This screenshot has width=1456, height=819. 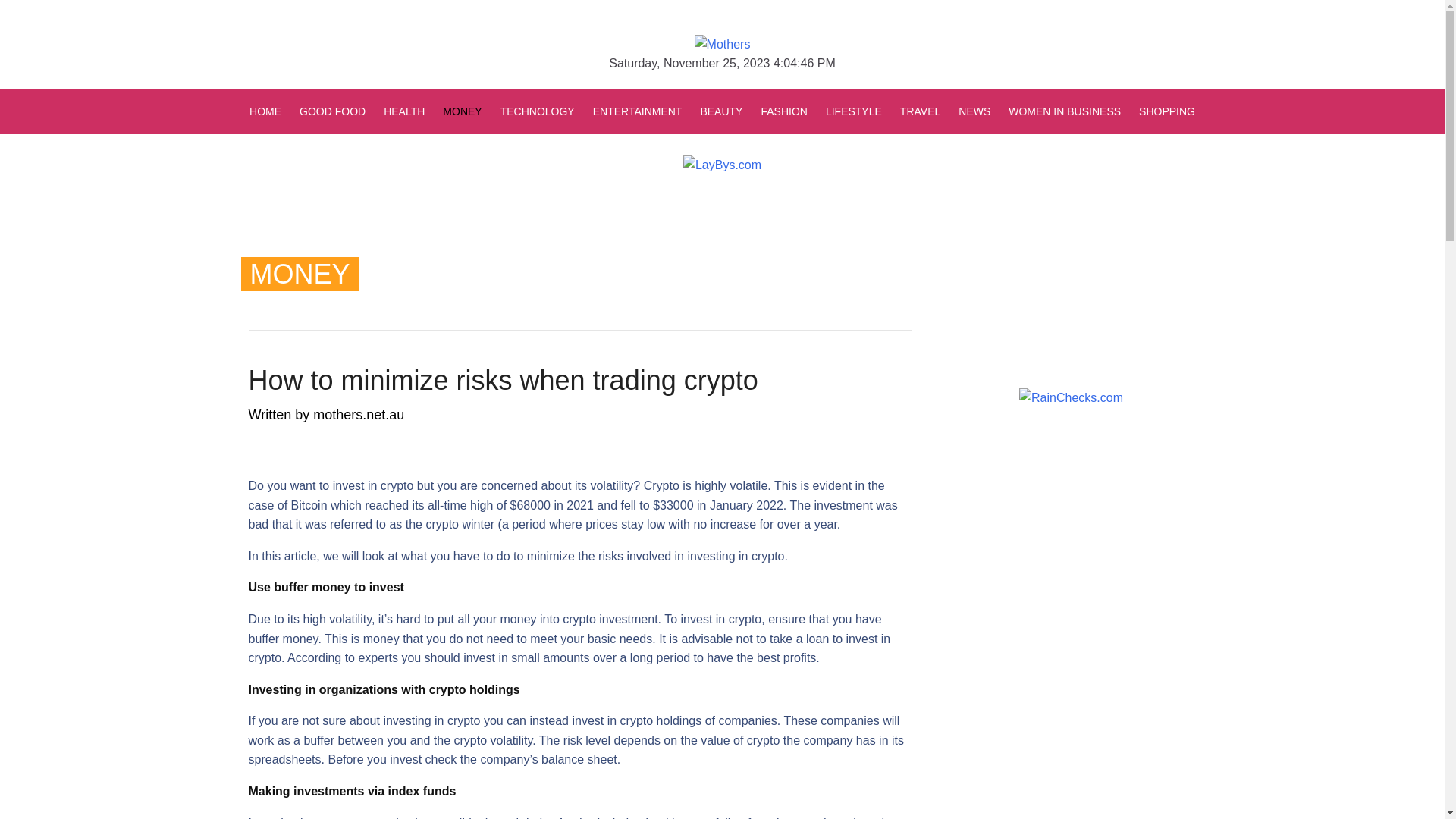 What do you see at coordinates (783, 110) in the screenshot?
I see `'FASHION'` at bounding box center [783, 110].